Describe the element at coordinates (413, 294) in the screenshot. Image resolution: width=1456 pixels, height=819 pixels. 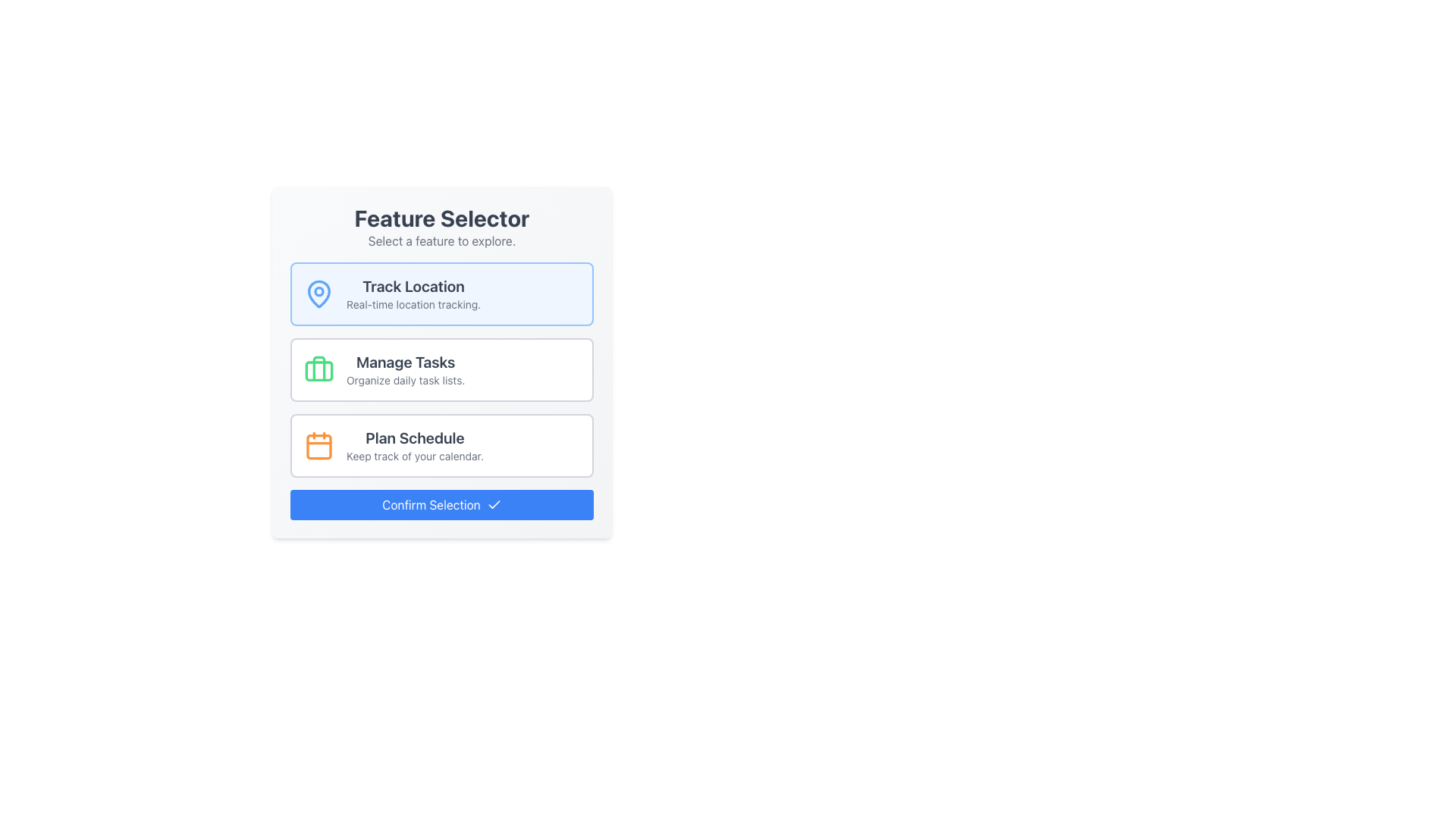
I see `information provided by the Informative Label with Title and Subtitle, which is the first selectable option under the 'Feature Selector' header` at that location.